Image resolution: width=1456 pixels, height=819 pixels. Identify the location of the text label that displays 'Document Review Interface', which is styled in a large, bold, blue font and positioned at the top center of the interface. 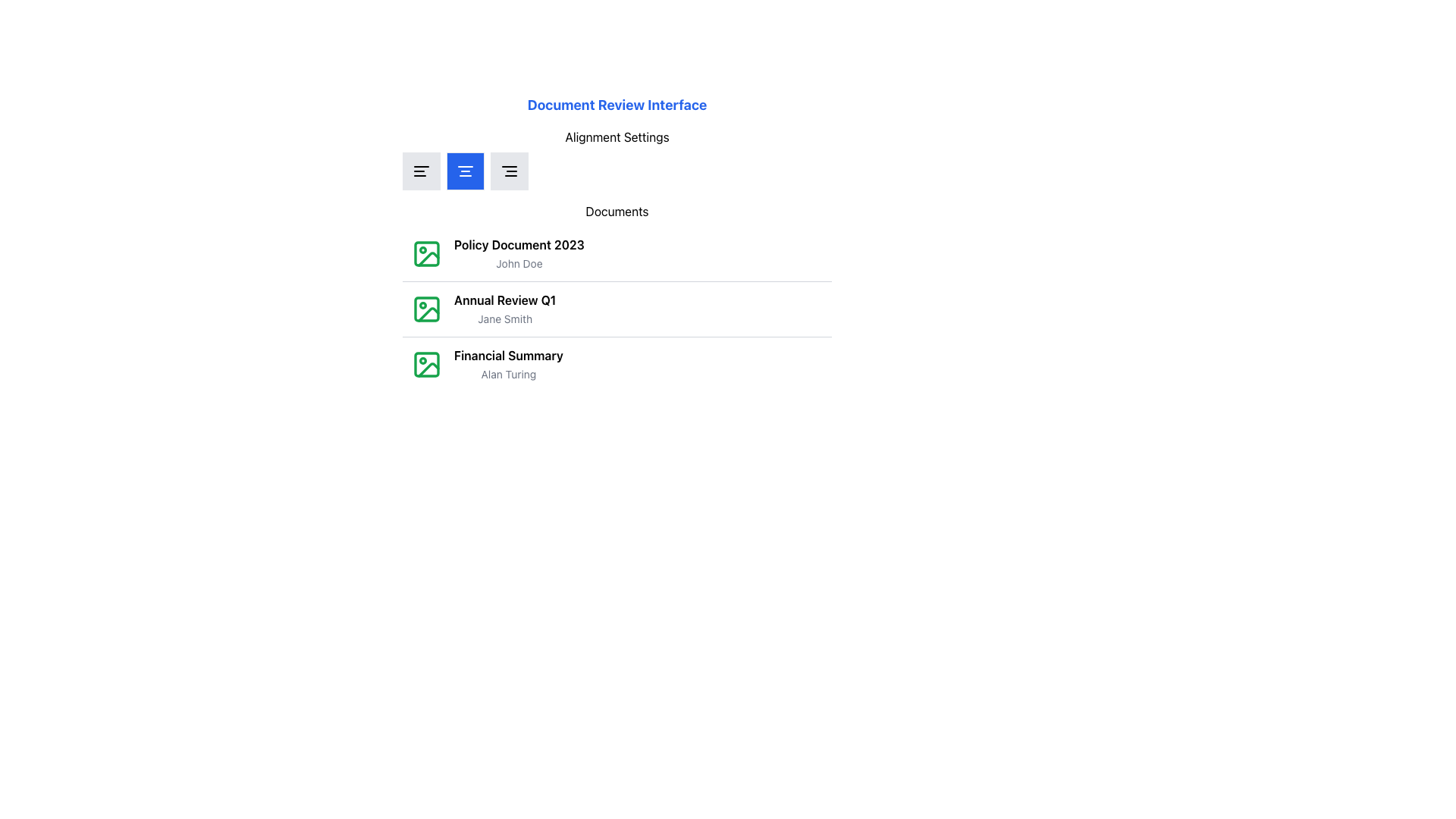
(617, 104).